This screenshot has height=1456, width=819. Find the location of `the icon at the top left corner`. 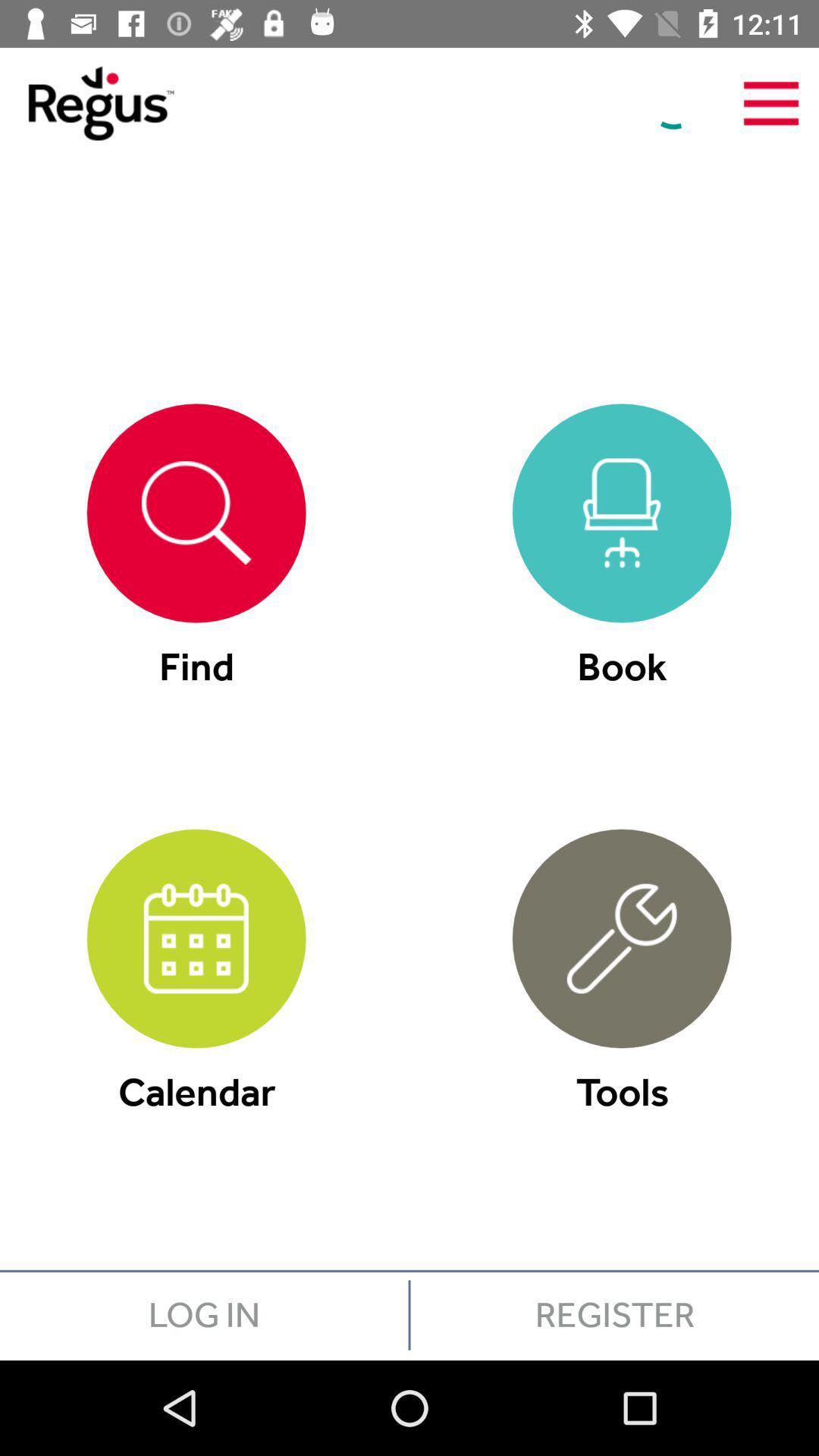

the icon at the top left corner is located at coordinates (86, 102).